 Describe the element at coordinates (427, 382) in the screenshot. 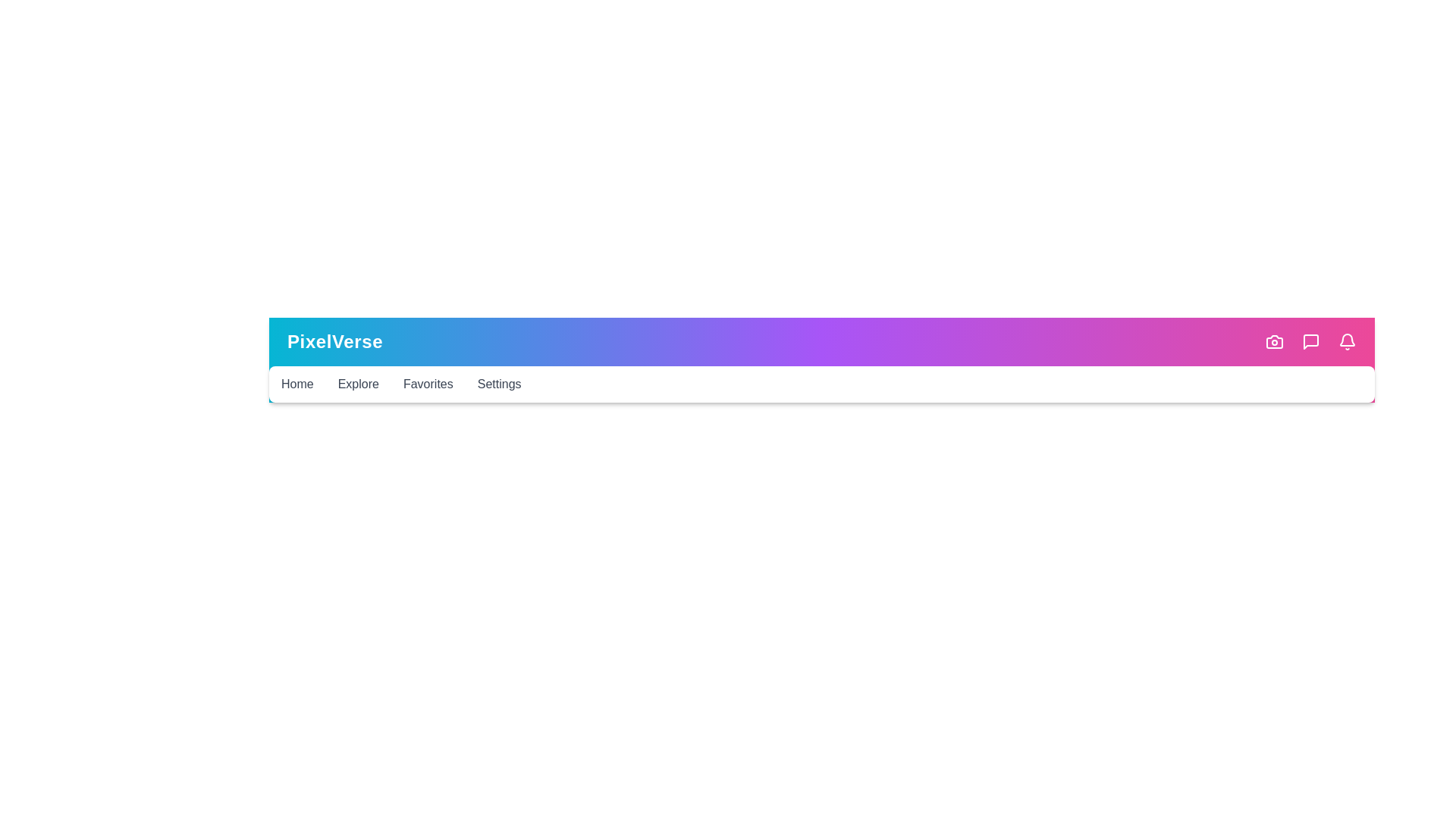

I see `the navigation menu item Favorites to reveal its submenu` at that location.